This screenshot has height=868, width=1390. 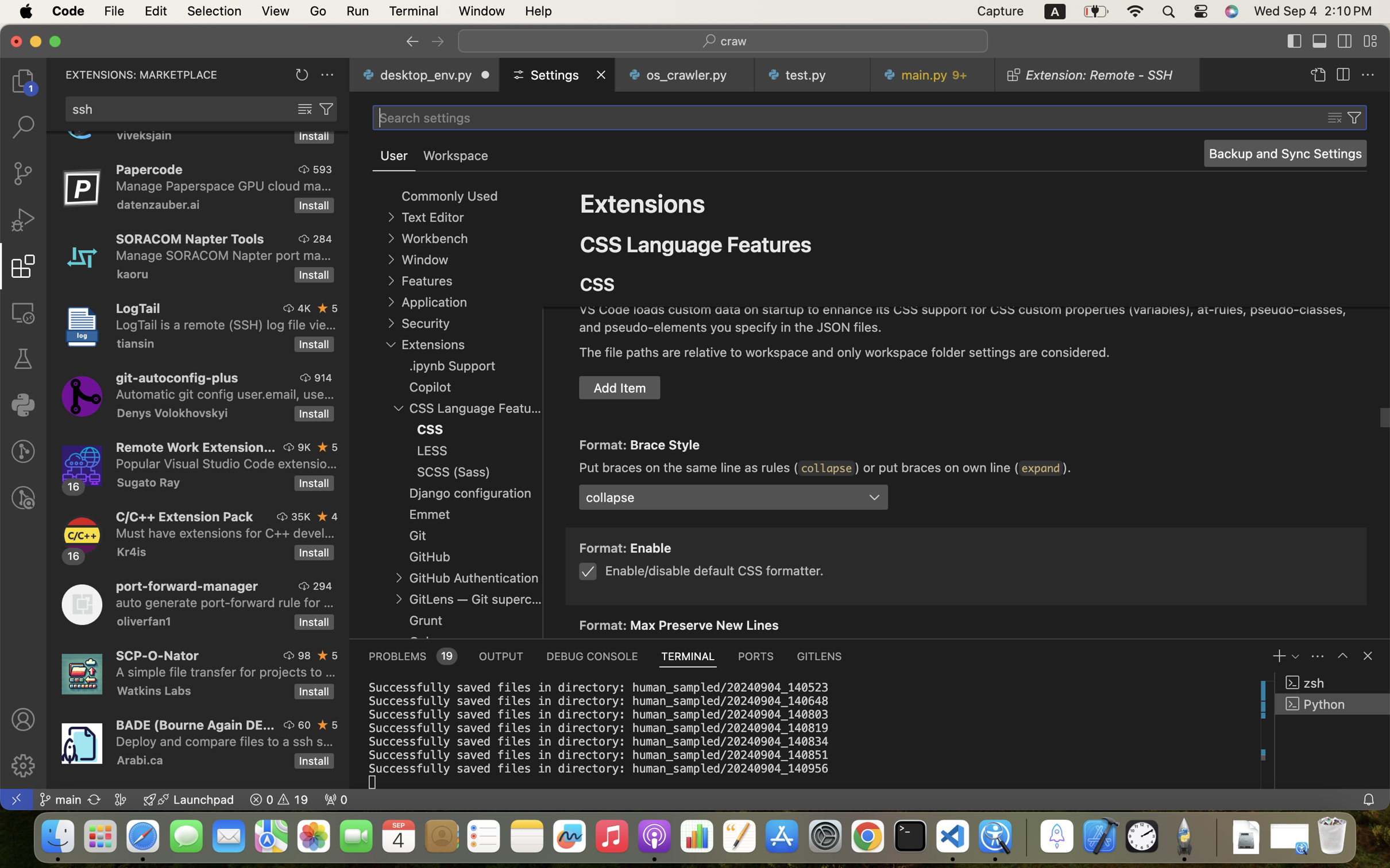 What do you see at coordinates (932, 74) in the screenshot?
I see `'0 main.py   9+'` at bounding box center [932, 74].